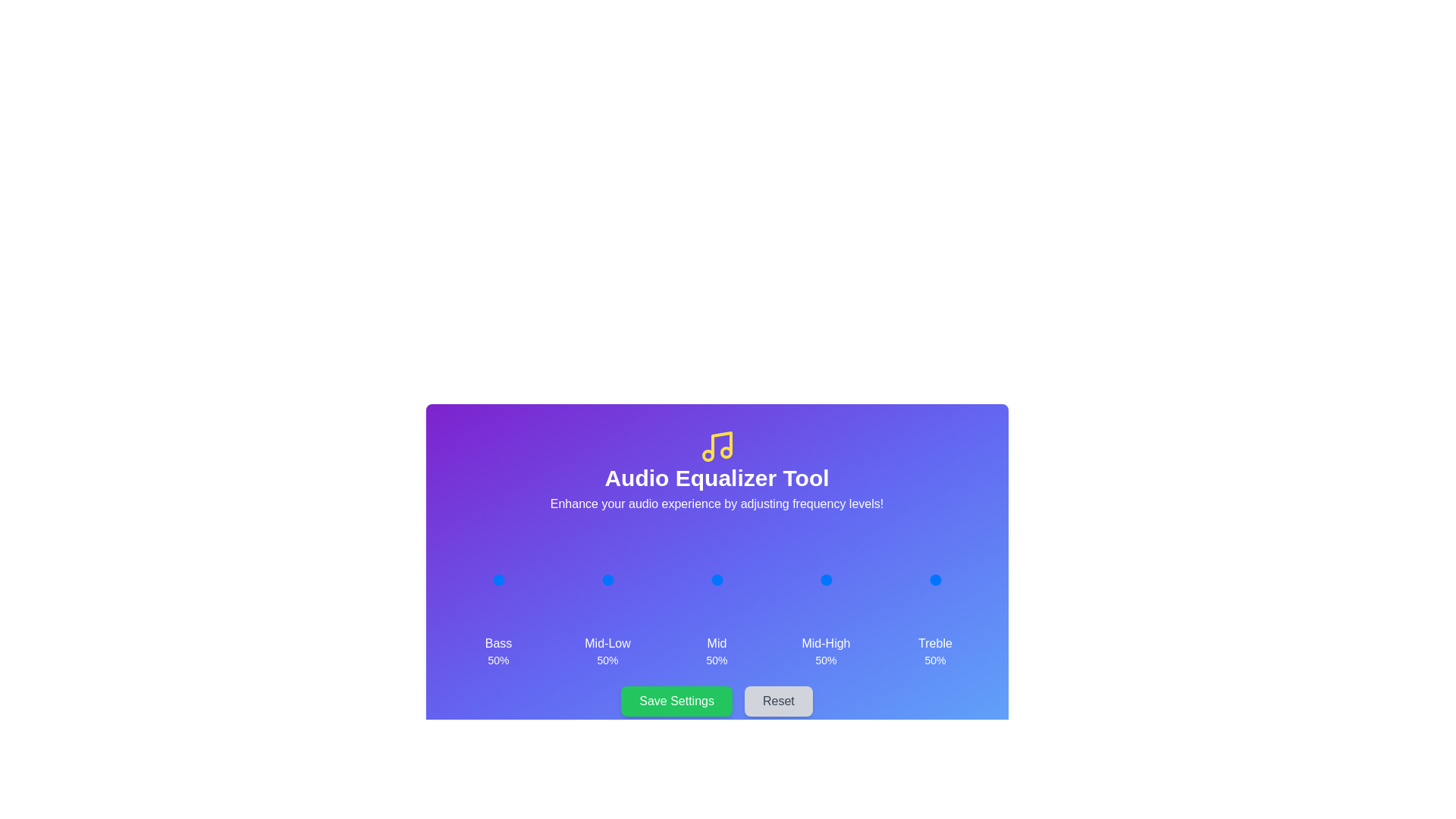 This screenshot has height=819, width=1456. Describe the element at coordinates (607, 579) in the screenshot. I see `the Mid-Low Slider to observe hover effects` at that location.